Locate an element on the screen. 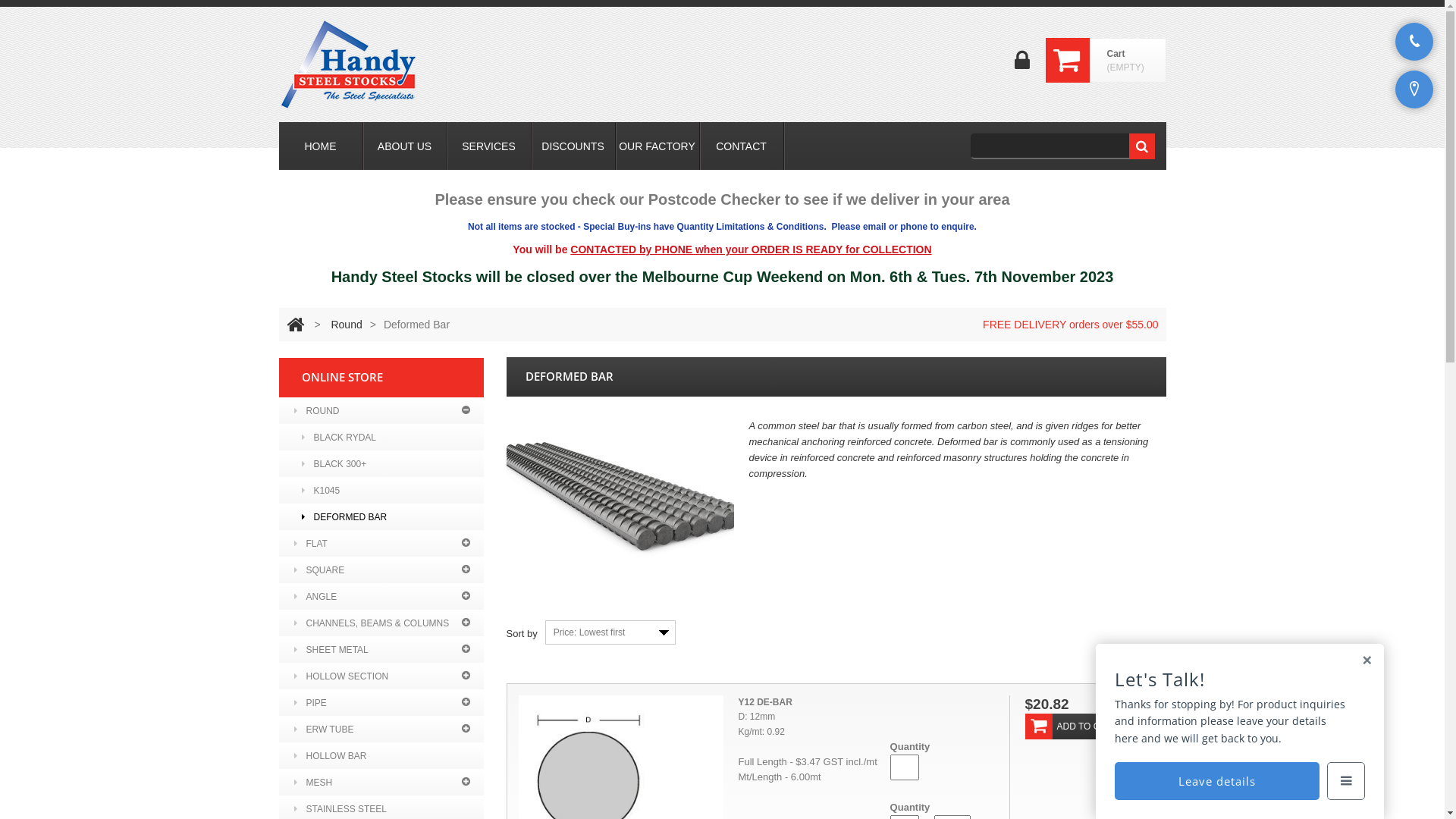 This screenshot has height=819, width=1456. 'Handy Steel Stocks' is located at coordinates (348, 63).